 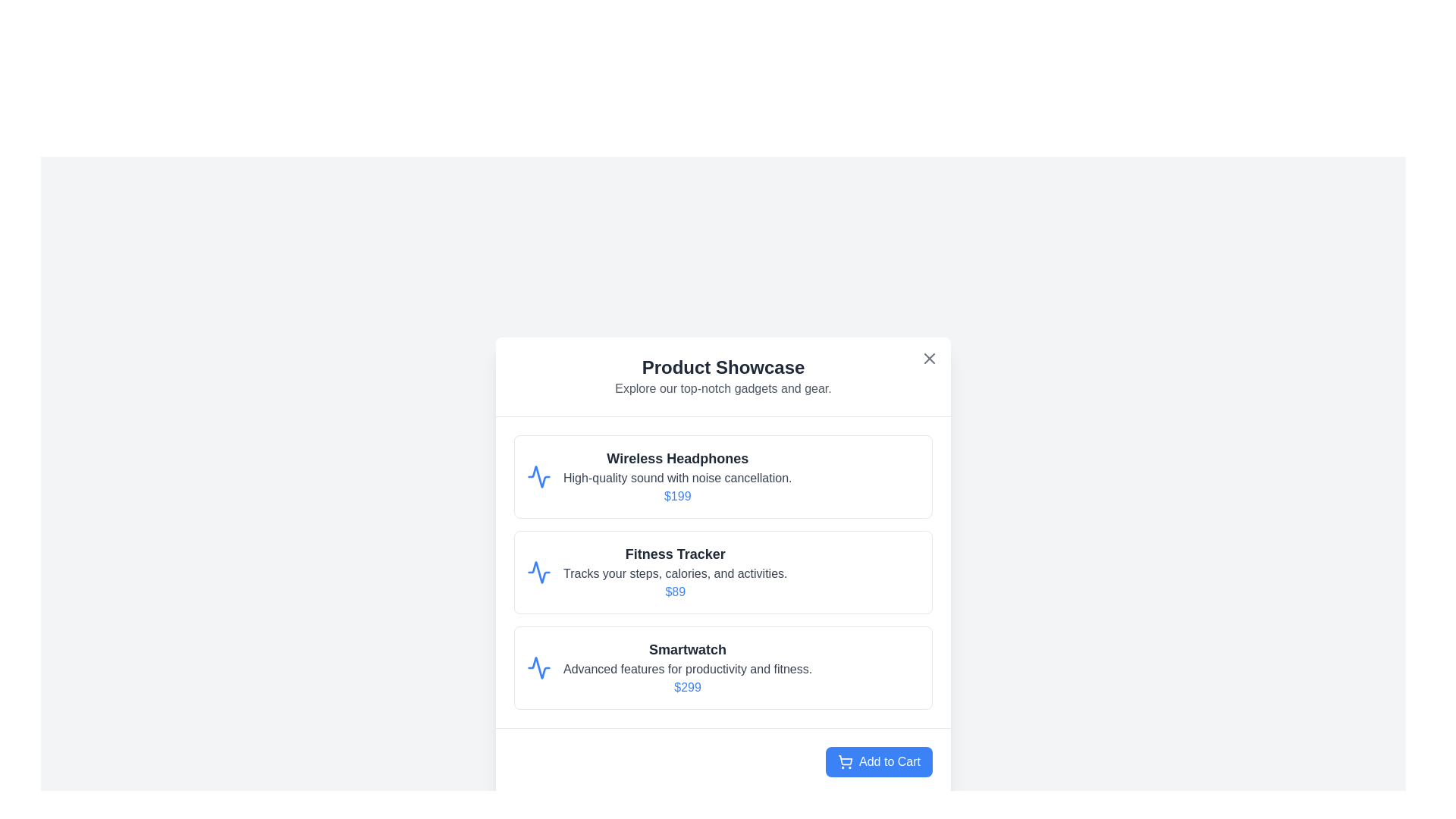 I want to click on static text that describes the product features, located below the header 'Wireless Headphones' and above the price '$199' in the first product card of the modal, so click(x=676, y=479).